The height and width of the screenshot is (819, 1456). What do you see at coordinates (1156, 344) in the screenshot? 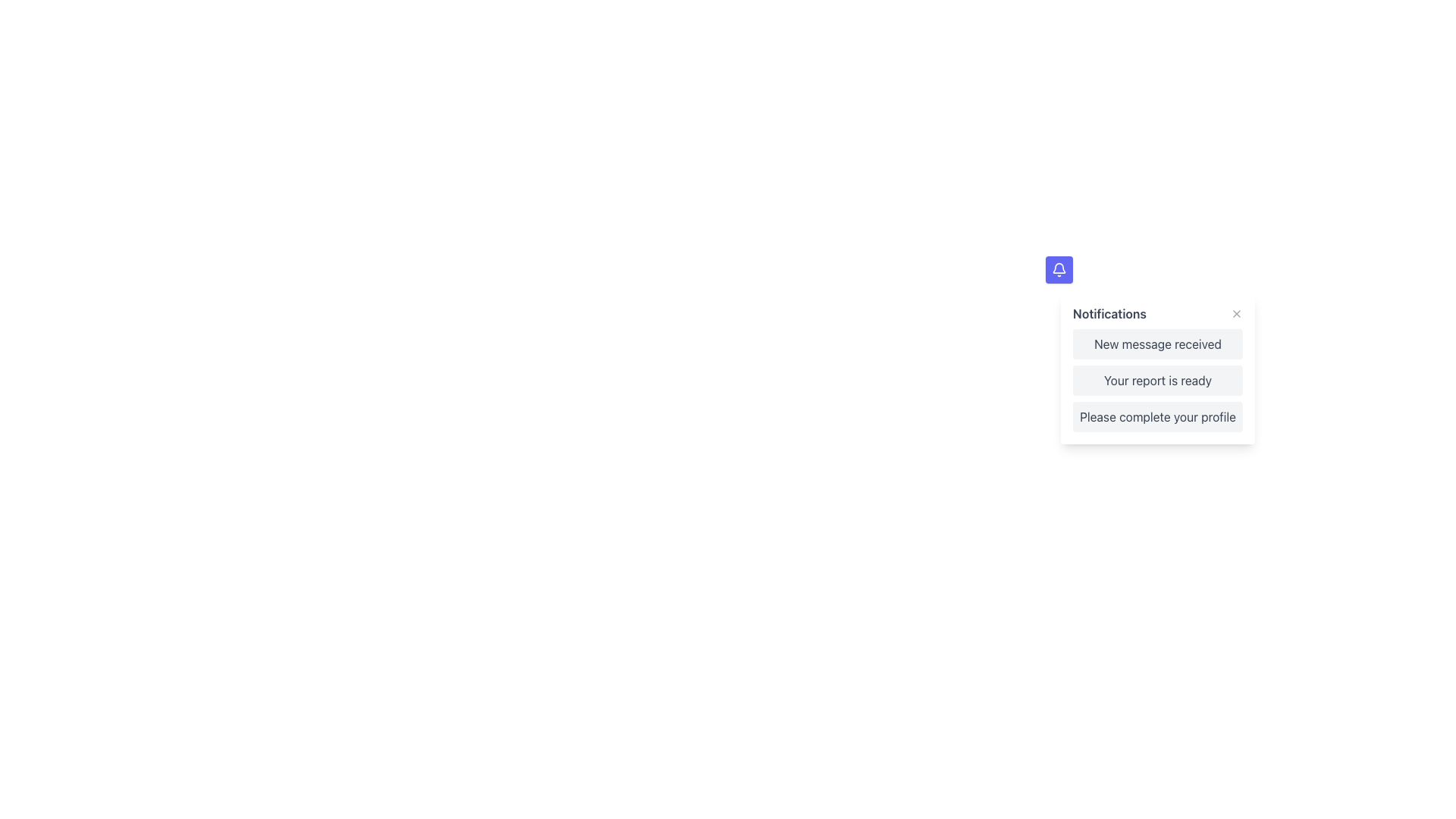
I see `the static text notification that displays 'New message received', which is the first item in the notifications panel` at bounding box center [1156, 344].